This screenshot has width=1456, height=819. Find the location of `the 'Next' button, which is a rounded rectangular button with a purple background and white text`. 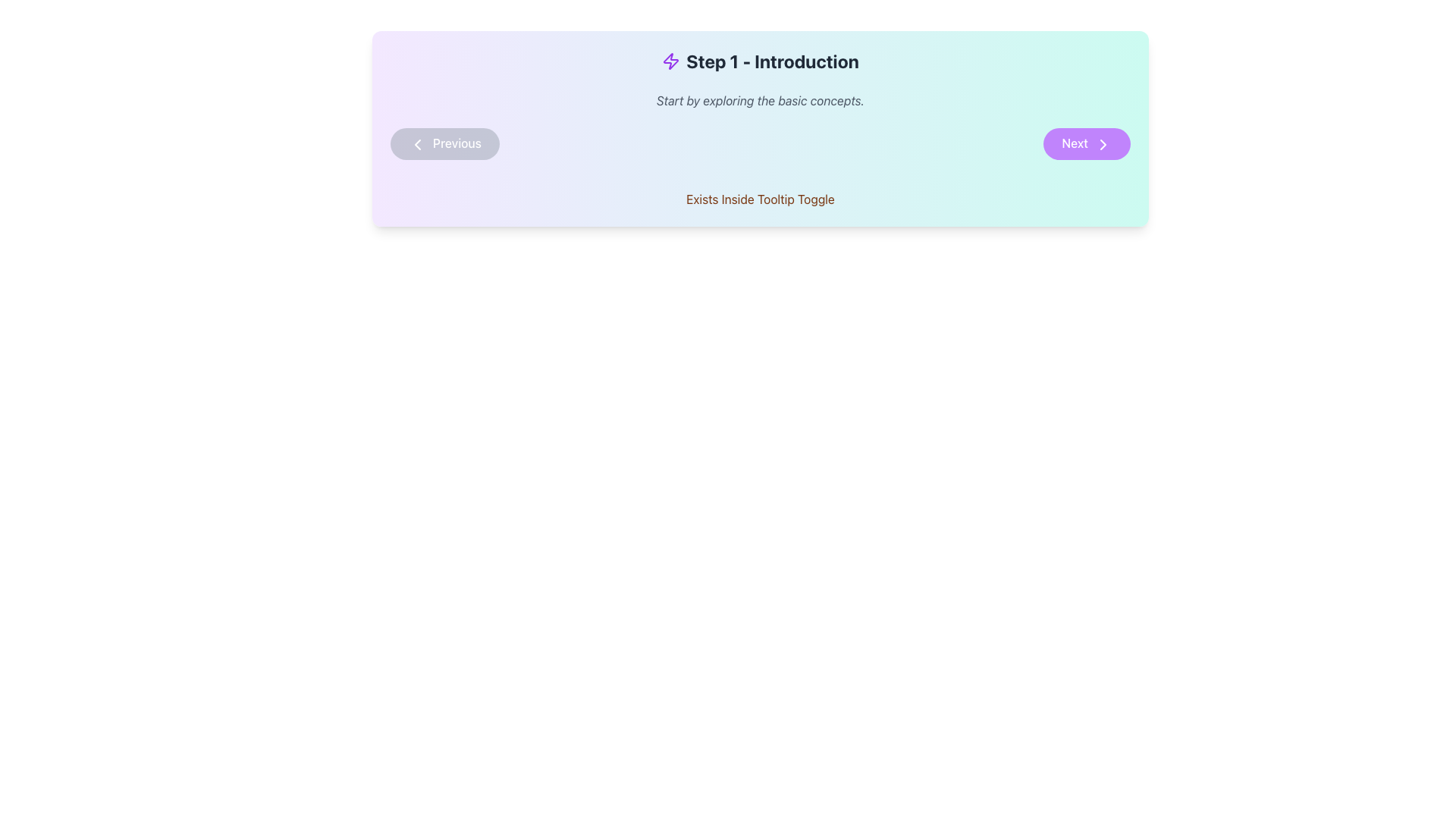

the 'Next' button, which is a rounded rectangular button with a purple background and white text is located at coordinates (1086, 143).